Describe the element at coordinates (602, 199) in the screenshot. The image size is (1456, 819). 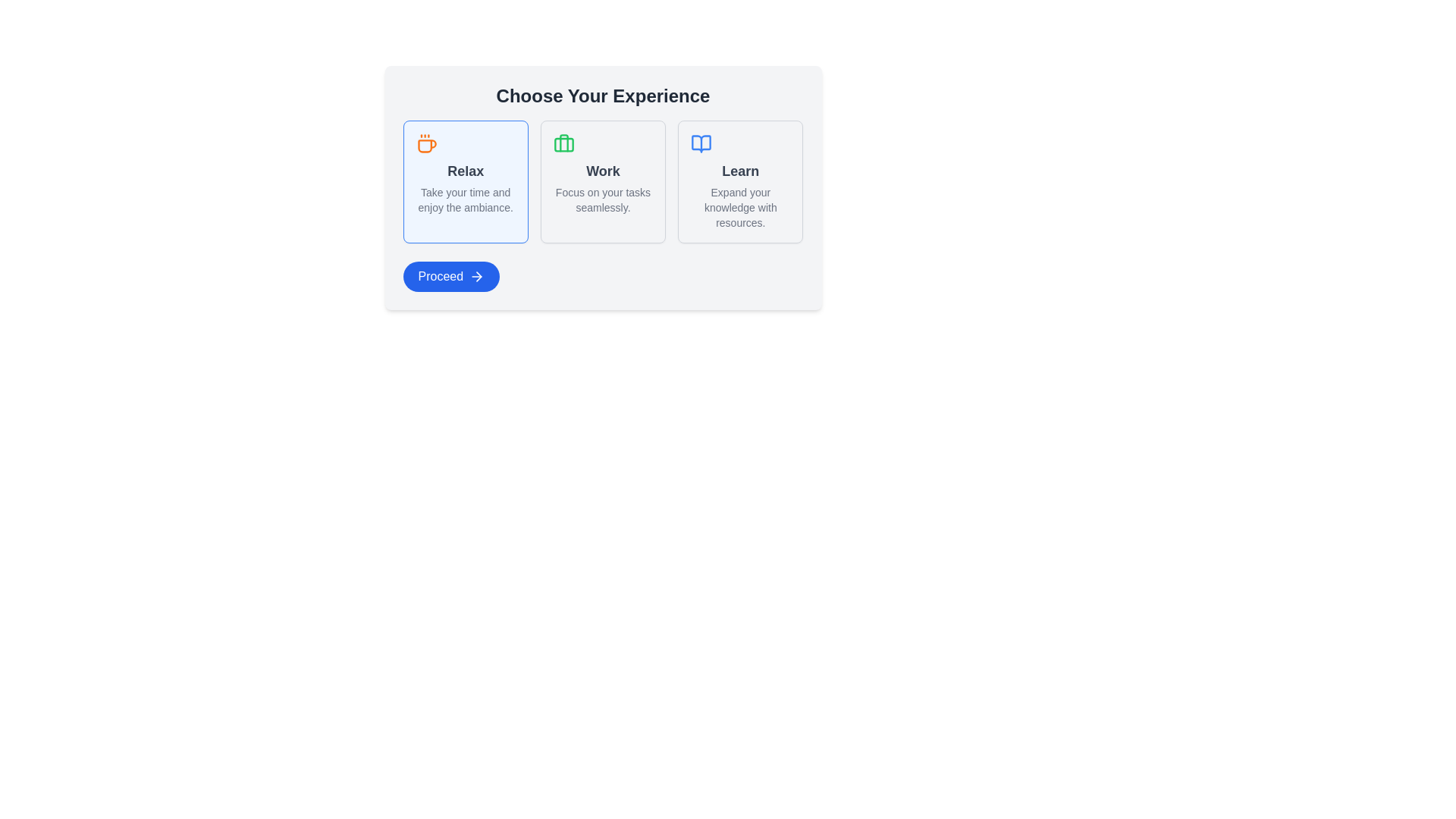
I see `the Text element that provides a description of the 'Work' option, located just below the title 'Work' within the card labeled 'Work'` at that location.